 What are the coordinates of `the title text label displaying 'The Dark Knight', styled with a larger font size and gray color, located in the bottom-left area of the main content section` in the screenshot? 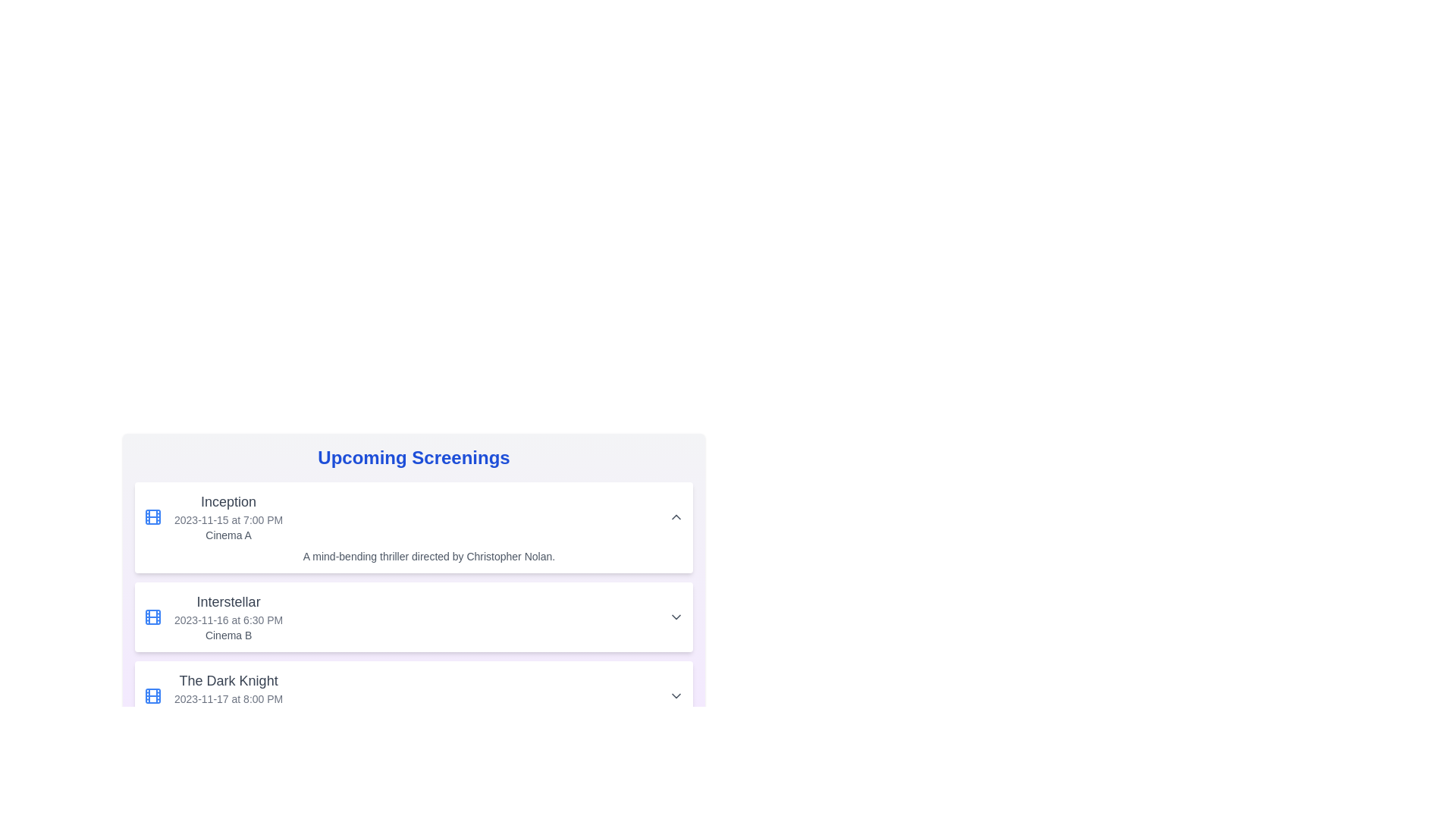 It's located at (227, 680).